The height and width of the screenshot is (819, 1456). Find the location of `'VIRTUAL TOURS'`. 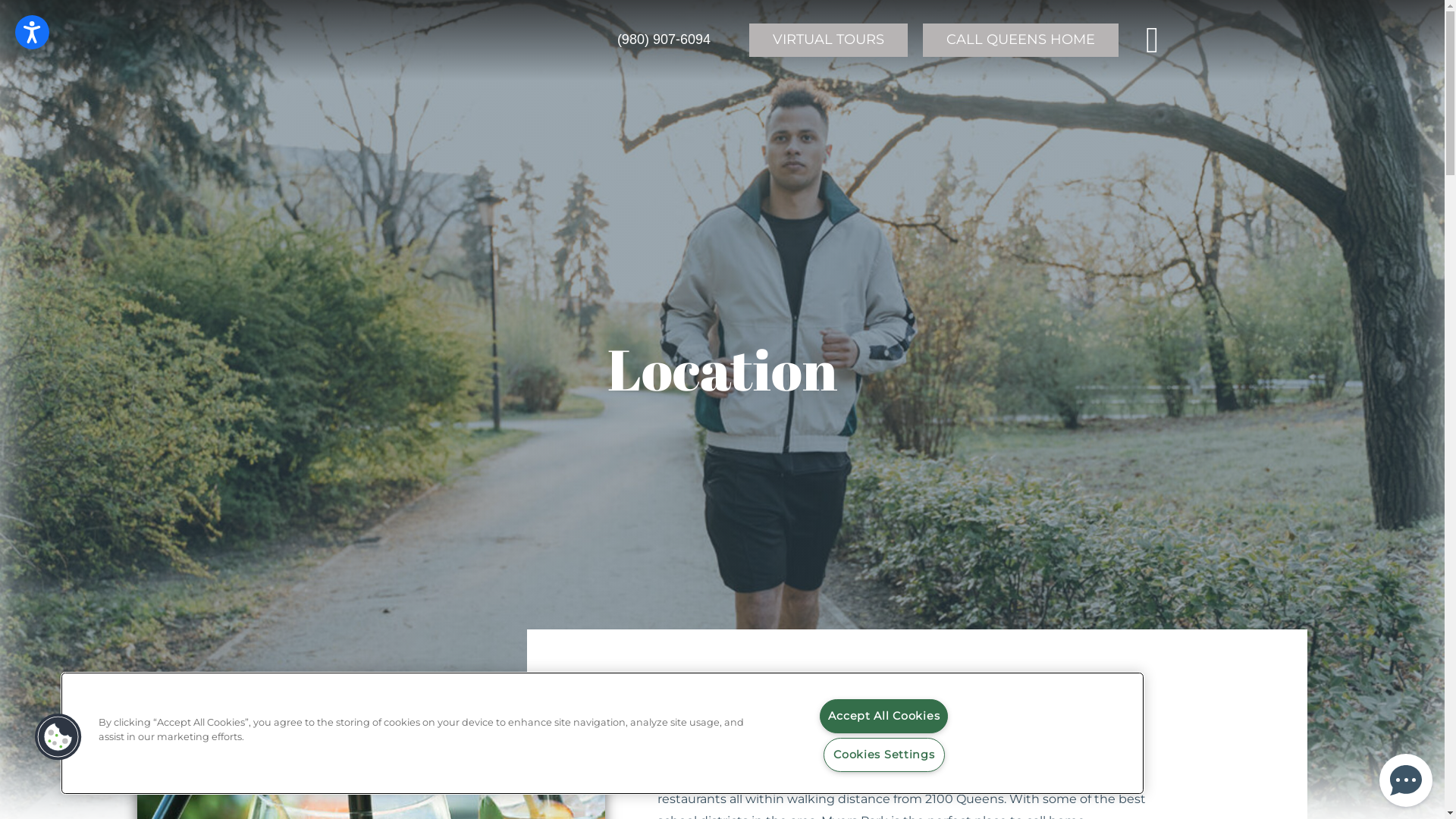

'VIRTUAL TOURS' is located at coordinates (749, 39).